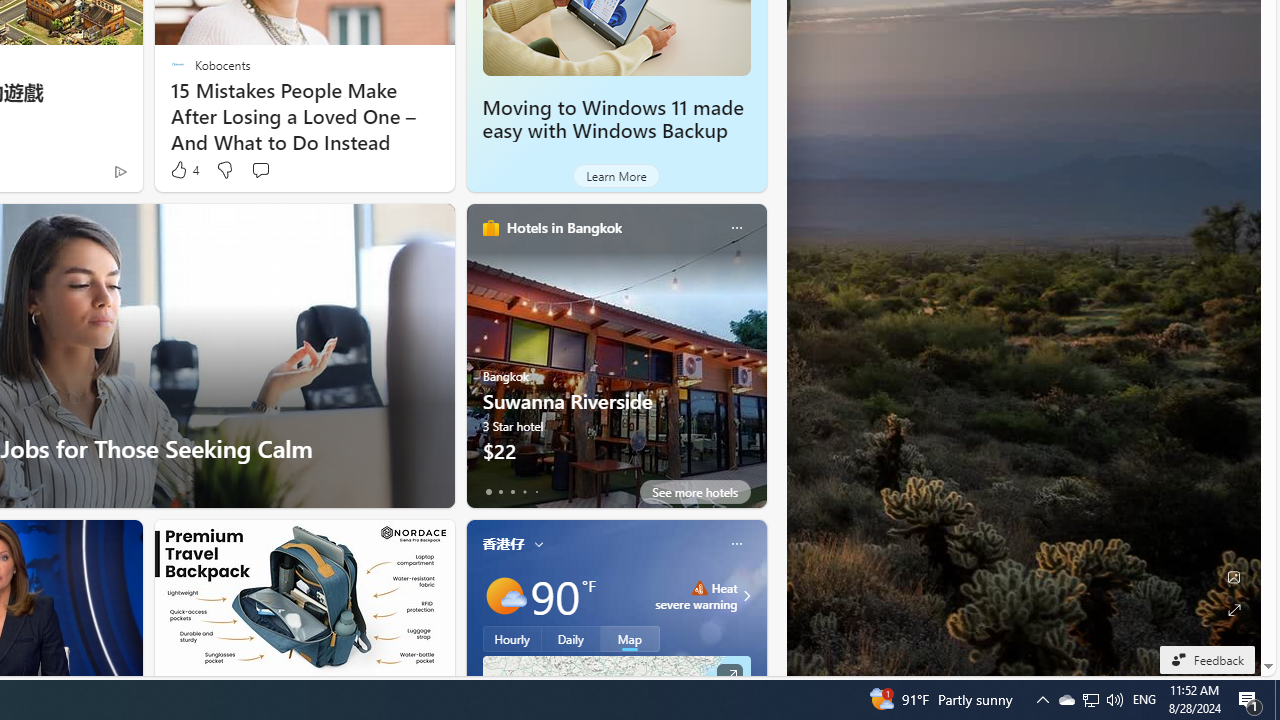 The width and height of the screenshot is (1280, 720). What do you see at coordinates (696, 595) in the screenshot?
I see `'Heat - Severe Heat severe warning'` at bounding box center [696, 595].